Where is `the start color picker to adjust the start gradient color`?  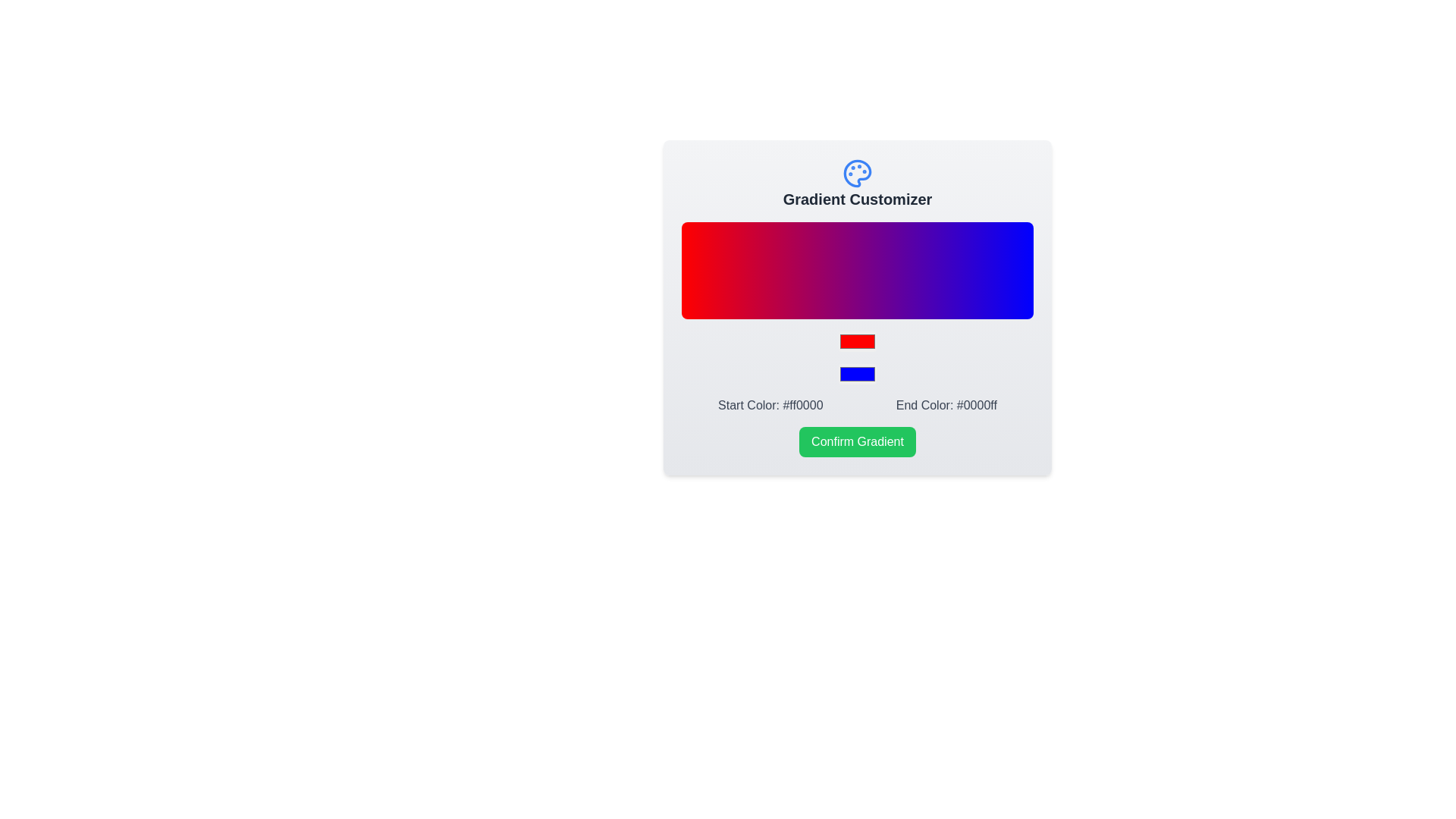 the start color picker to adjust the start gradient color is located at coordinates (858, 341).